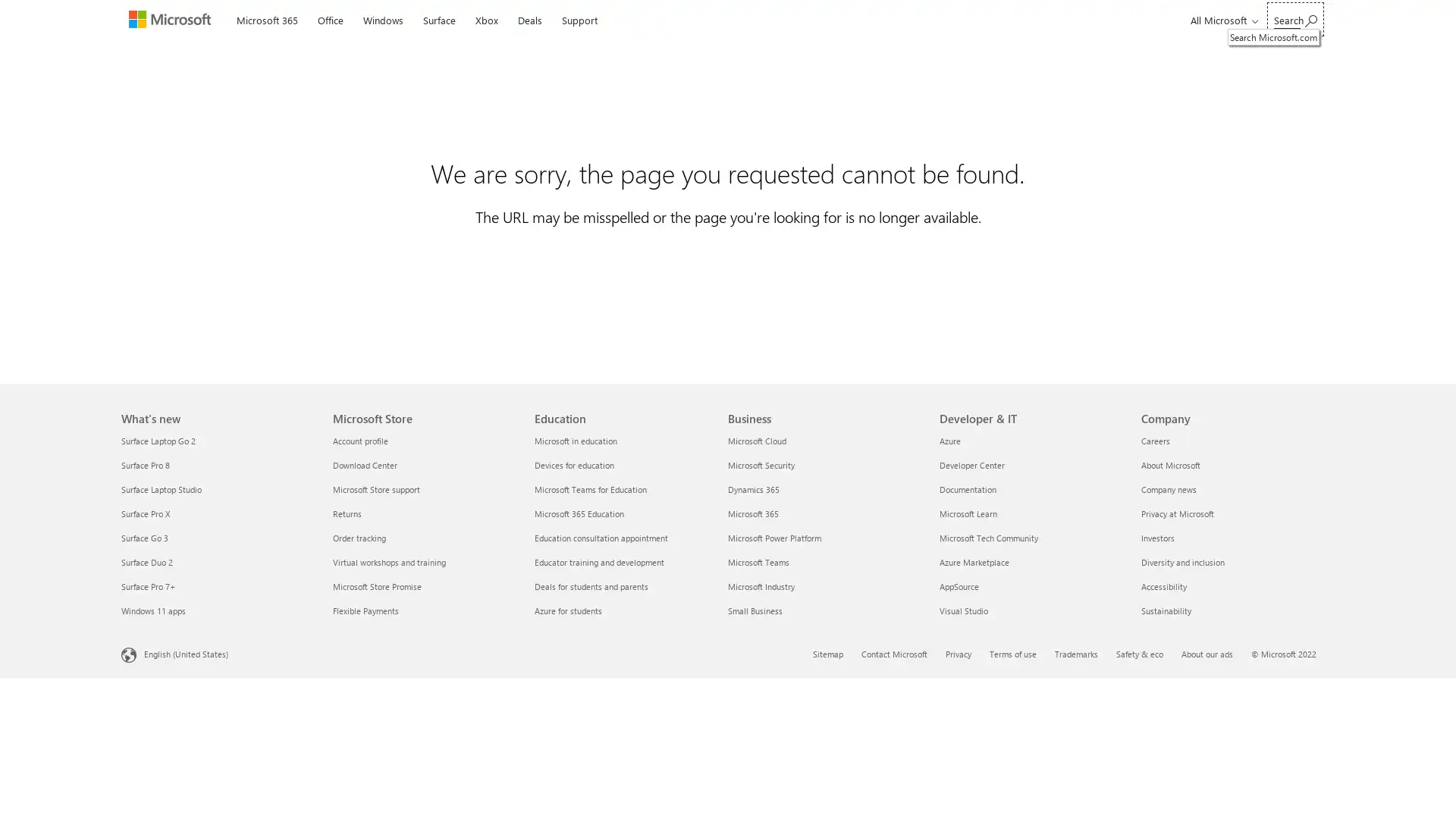  I want to click on Search Microsoft.com, so click(1294, 19).